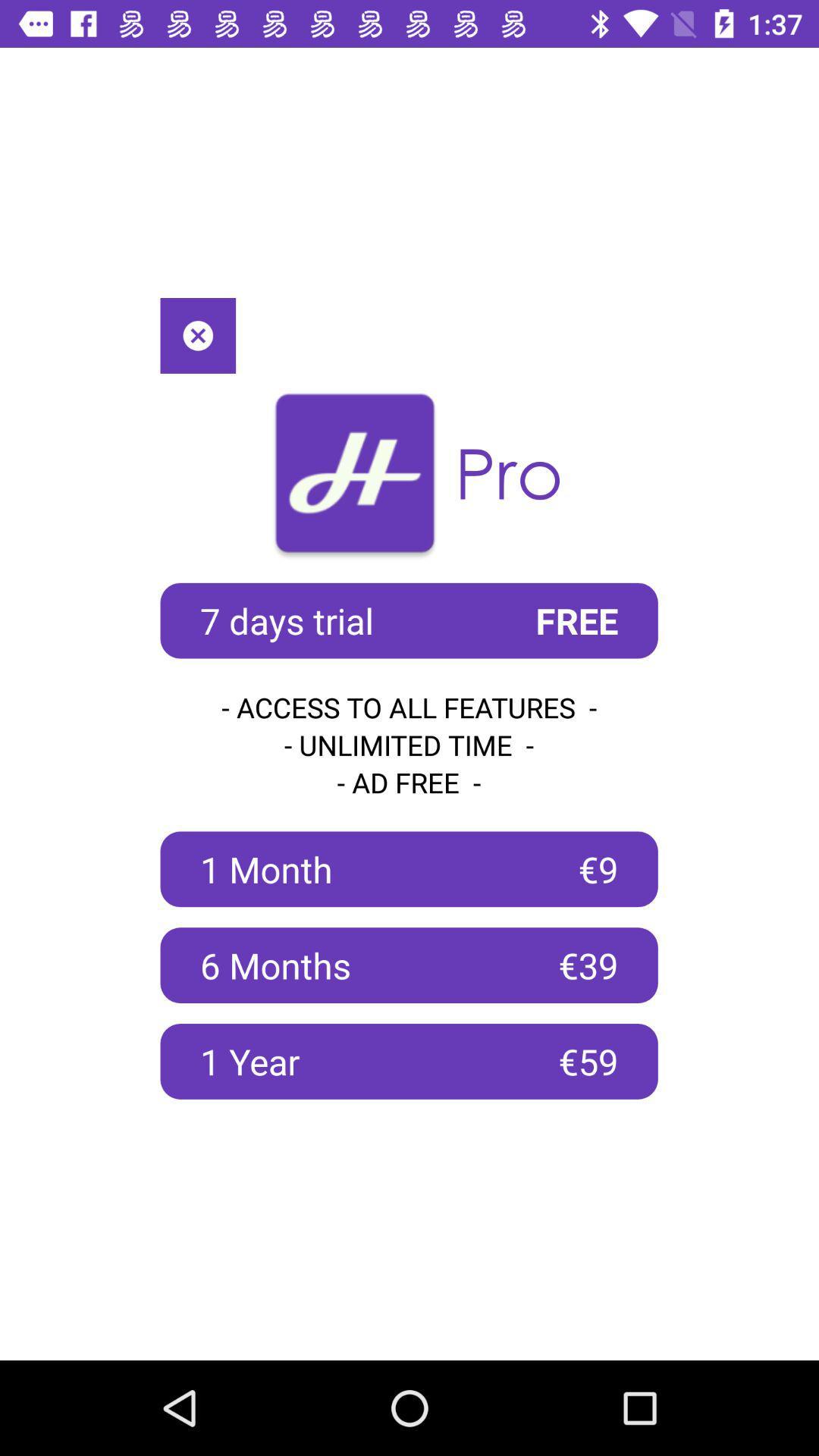 This screenshot has height=1456, width=819. Describe the element at coordinates (197, 334) in the screenshot. I see `exit to the previous screen` at that location.